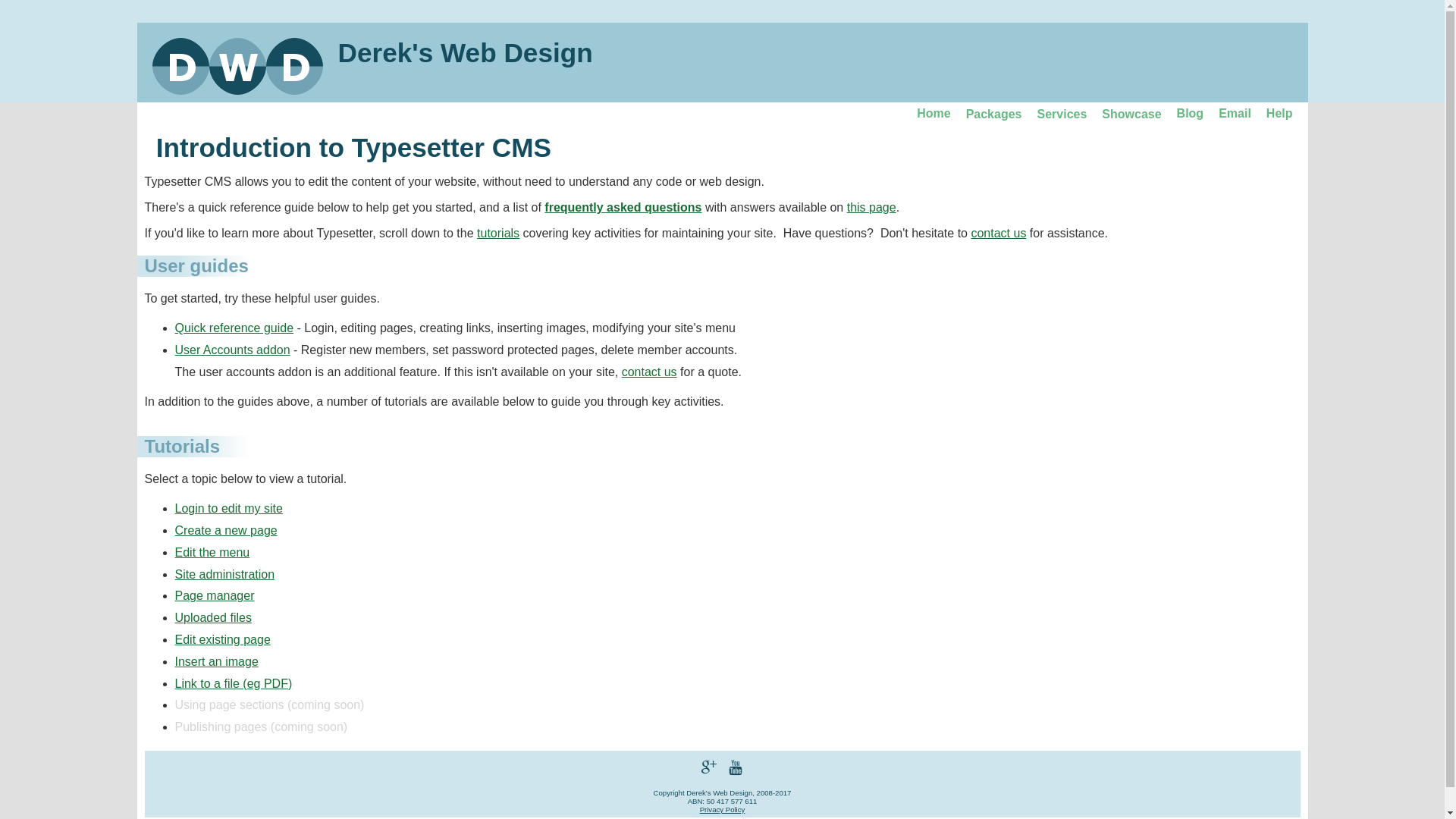 This screenshot has height=819, width=1456. I want to click on 'Edit the menu', so click(211, 552).